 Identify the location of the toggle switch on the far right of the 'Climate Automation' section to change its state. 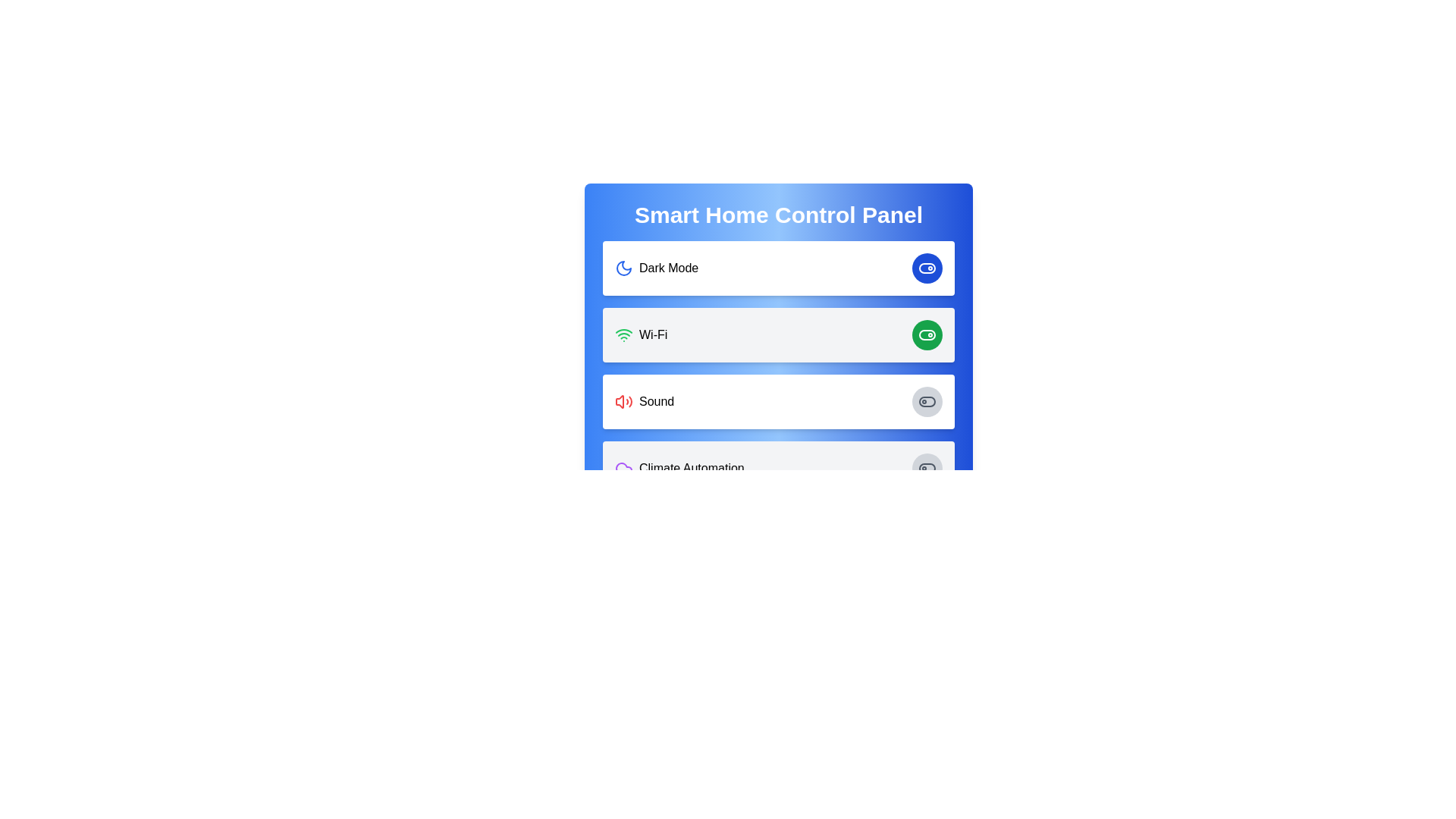
(927, 467).